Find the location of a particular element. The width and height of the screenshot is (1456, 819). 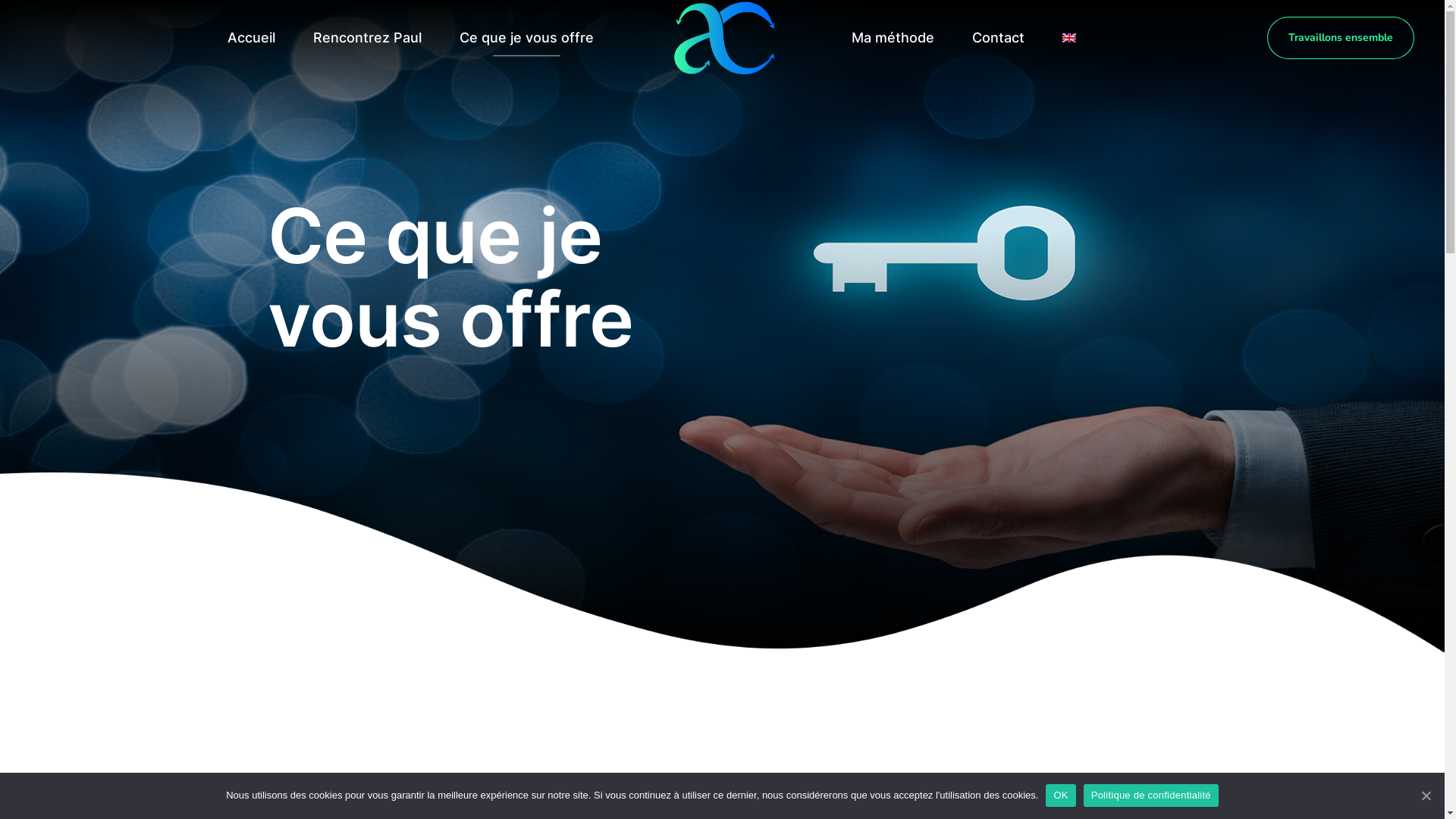

'Contact' is located at coordinates (956, 37).